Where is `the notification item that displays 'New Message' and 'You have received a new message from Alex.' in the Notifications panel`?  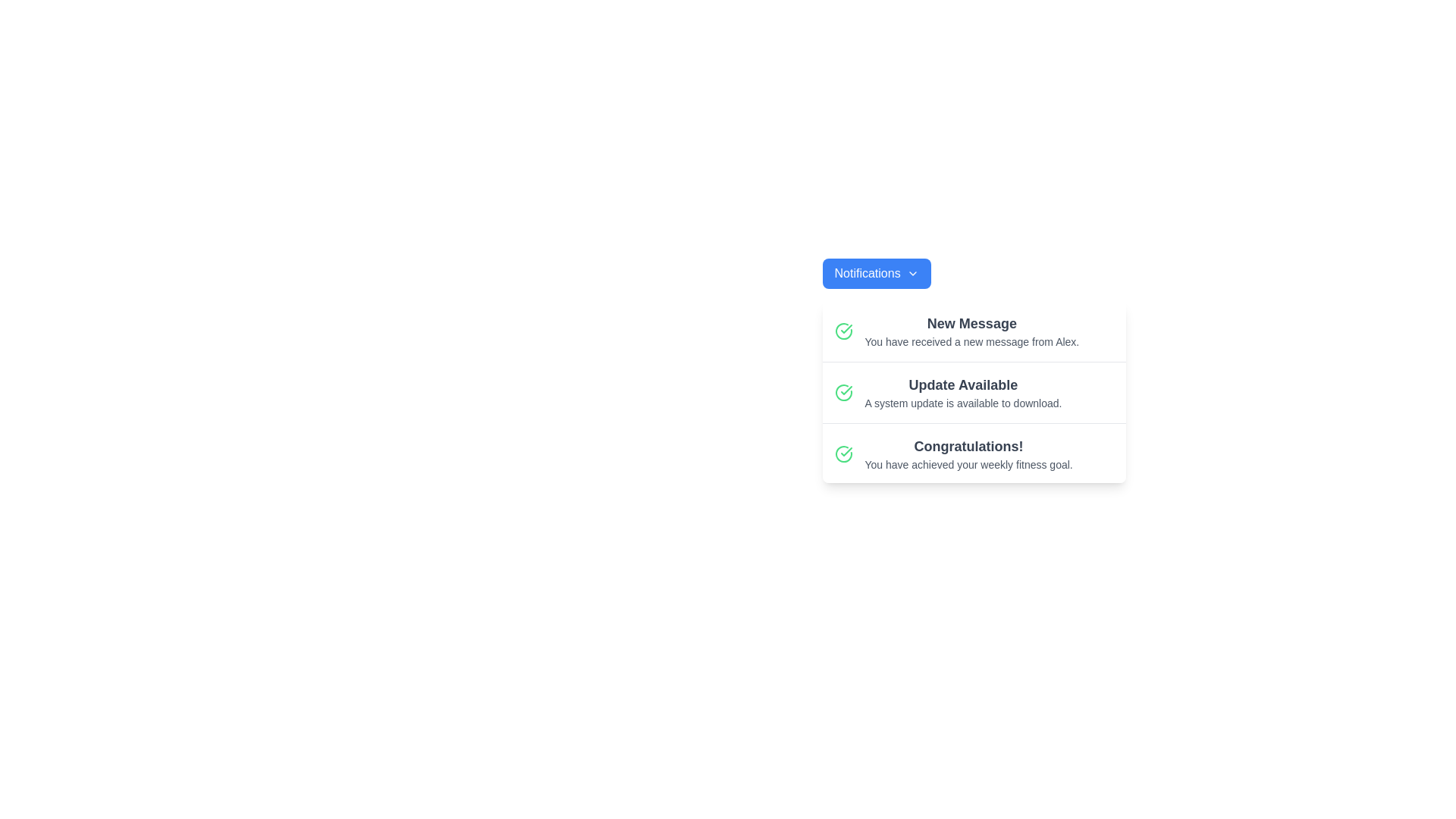 the notification item that displays 'New Message' and 'You have received a new message from Alex.' in the Notifications panel is located at coordinates (971, 330).